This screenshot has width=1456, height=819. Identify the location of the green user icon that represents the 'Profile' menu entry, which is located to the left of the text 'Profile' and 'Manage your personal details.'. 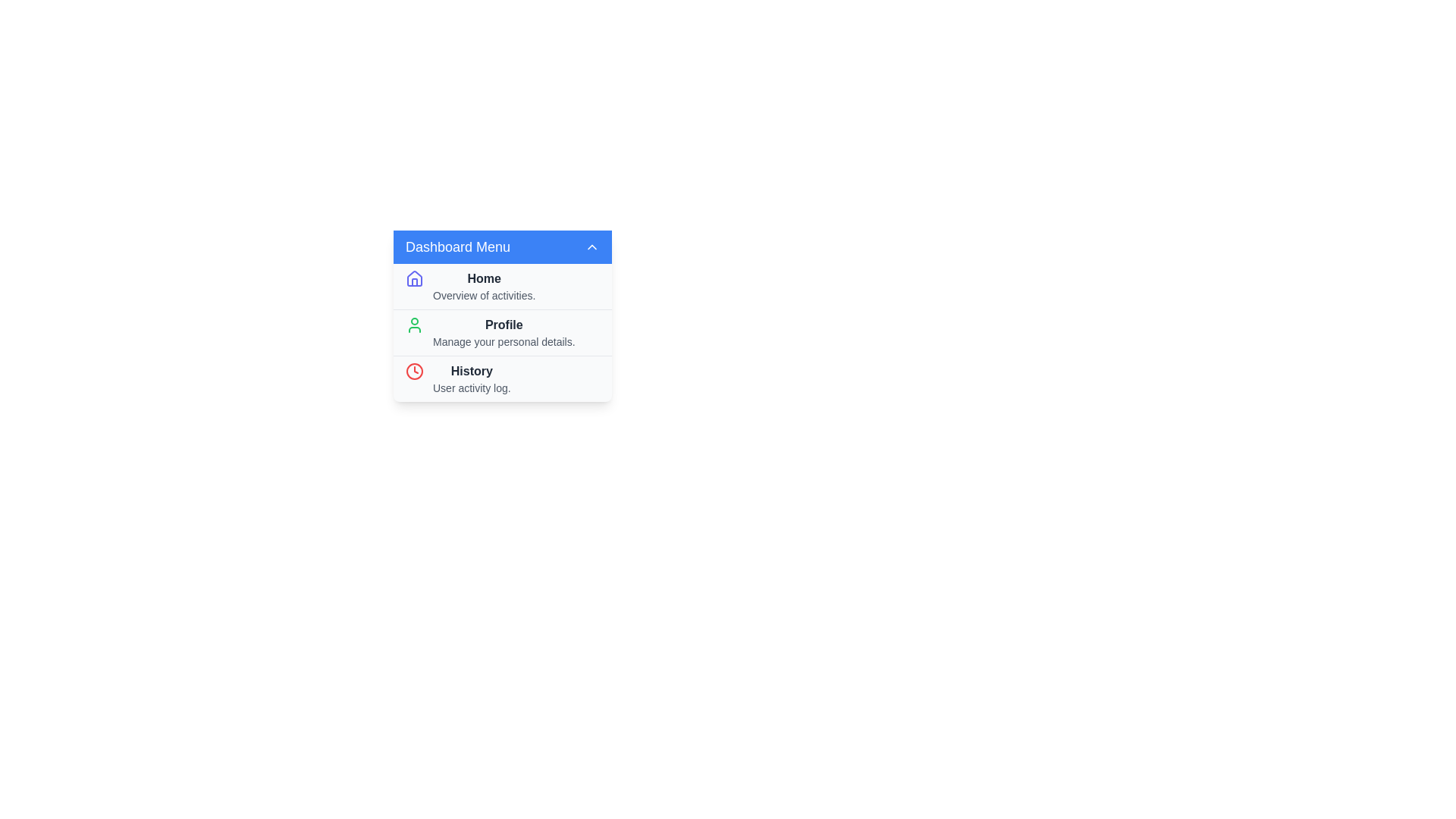
(415, 324).